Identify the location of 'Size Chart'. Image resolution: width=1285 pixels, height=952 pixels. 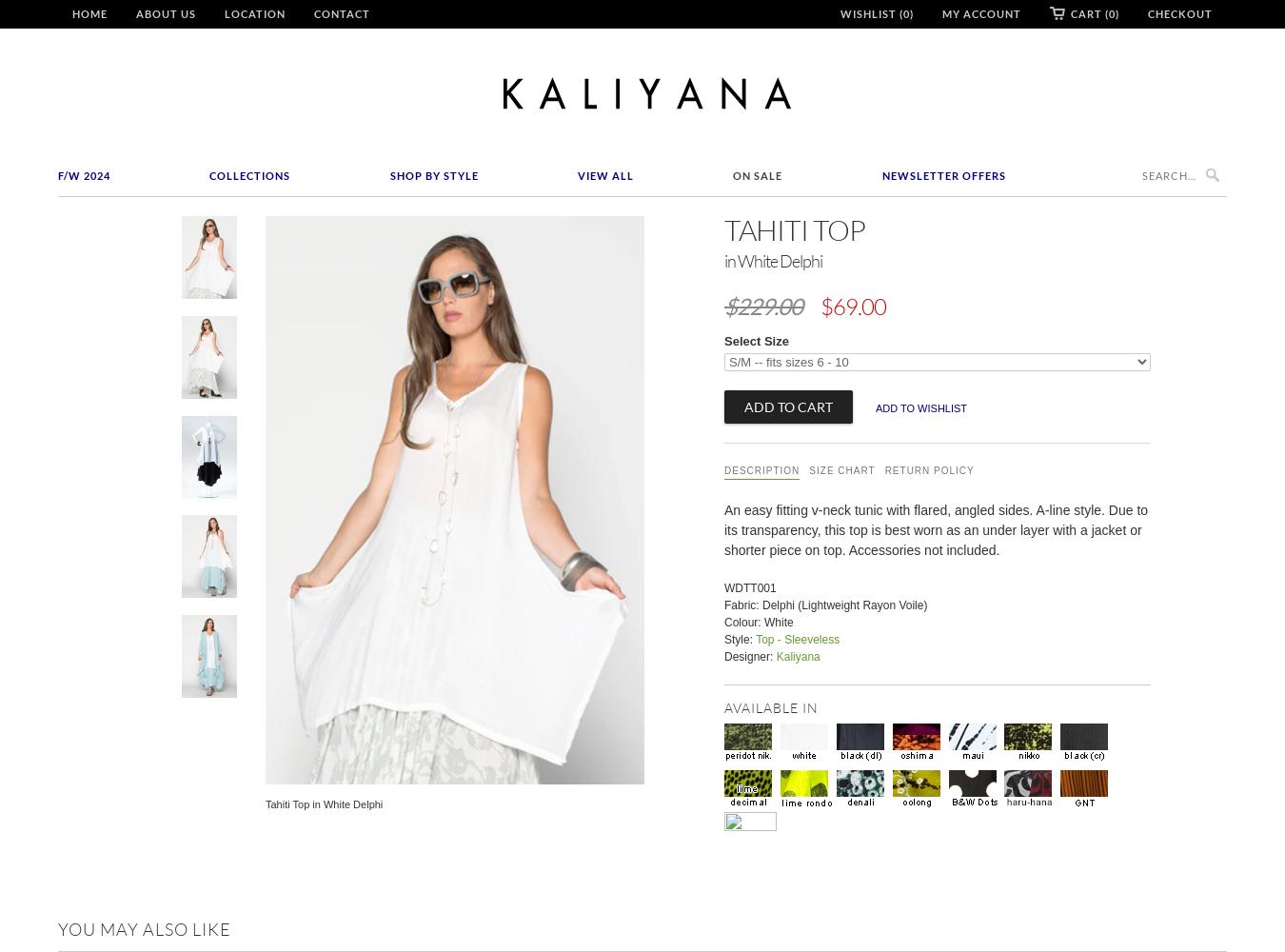
(841, 468).